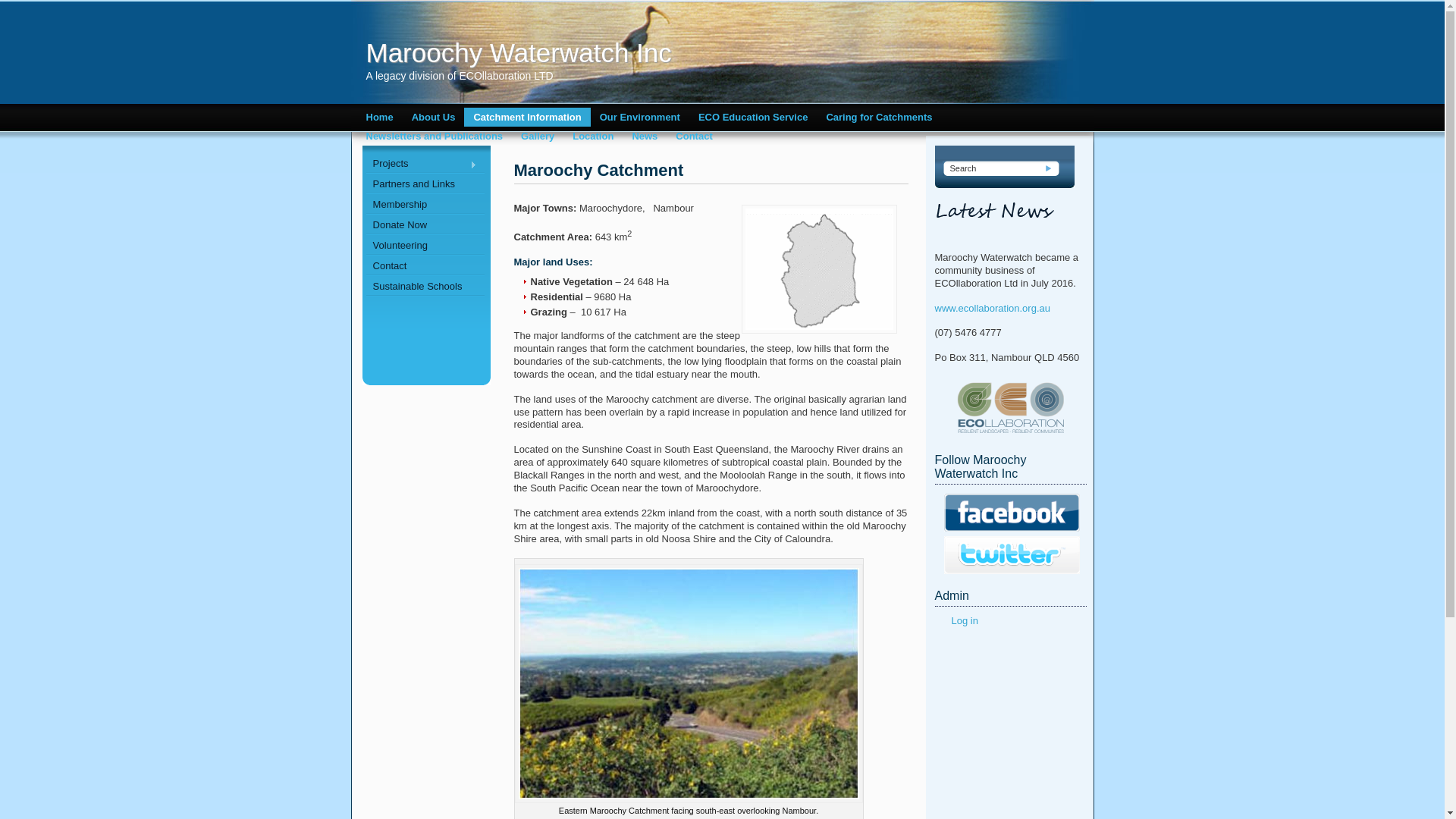 The width and height of the screenshot is (1456, 819). I want to click on 'Contact', so click(693, 135).